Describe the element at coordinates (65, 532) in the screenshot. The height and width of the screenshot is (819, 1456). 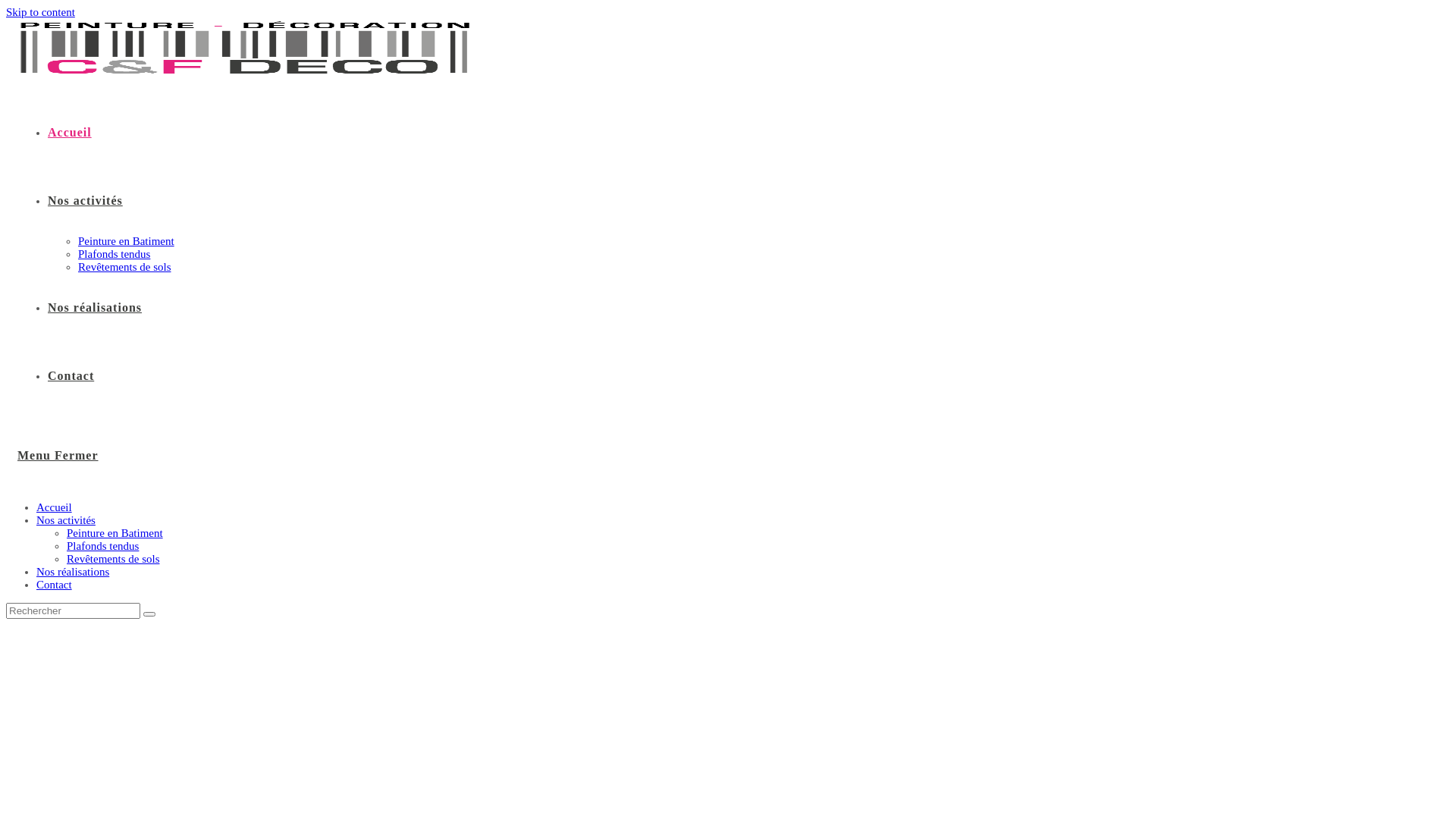
I see `'Peinture en Batiment'` at that location.